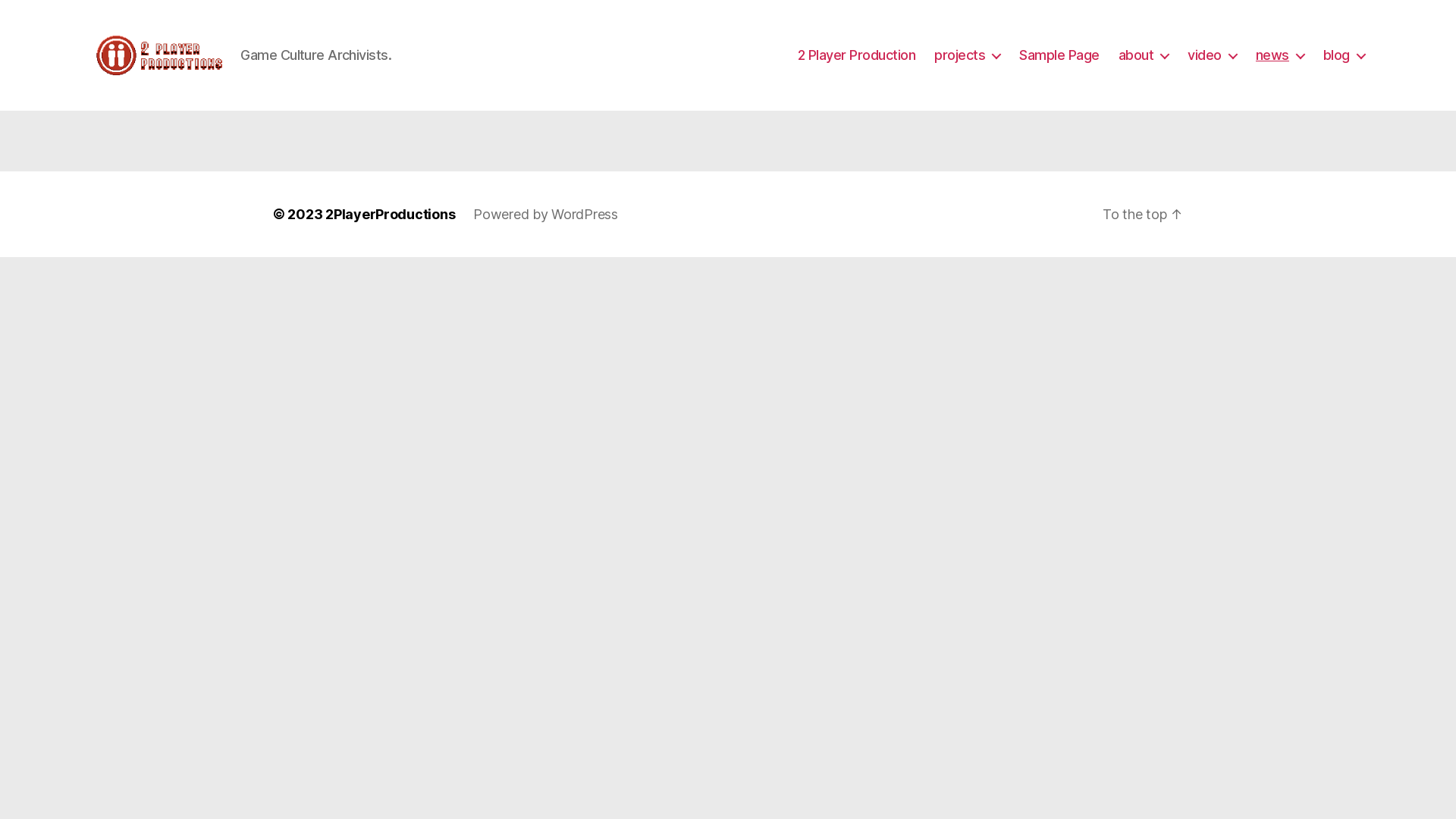  Describe the element at coordinates (856, 55) in the screenshot. I see `'2 Player Production'` at that location.